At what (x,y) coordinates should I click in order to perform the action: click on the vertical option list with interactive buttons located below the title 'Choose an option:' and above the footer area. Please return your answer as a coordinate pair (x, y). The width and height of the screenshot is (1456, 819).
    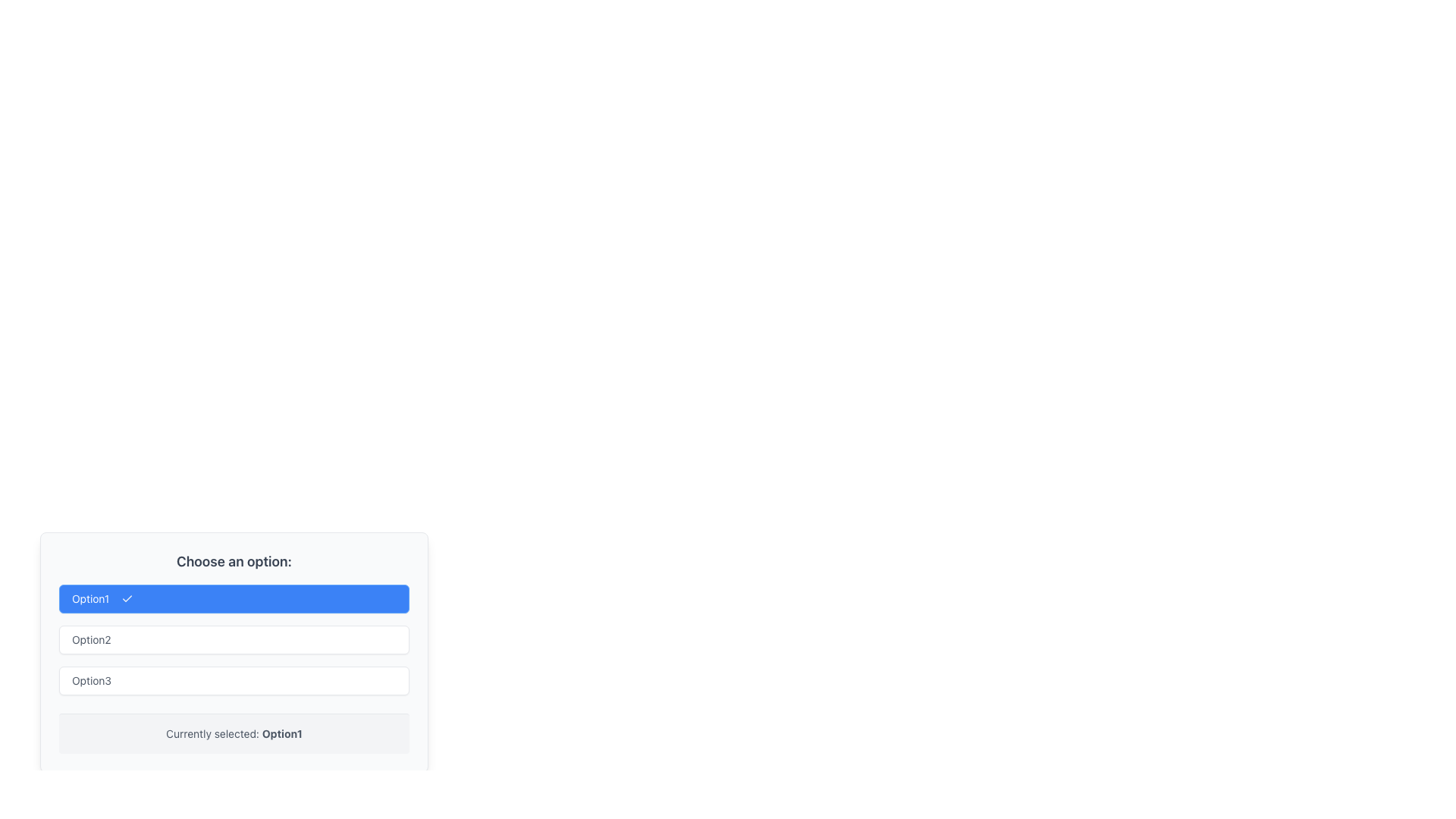
    Looking at the image, I should click on (233, 640).